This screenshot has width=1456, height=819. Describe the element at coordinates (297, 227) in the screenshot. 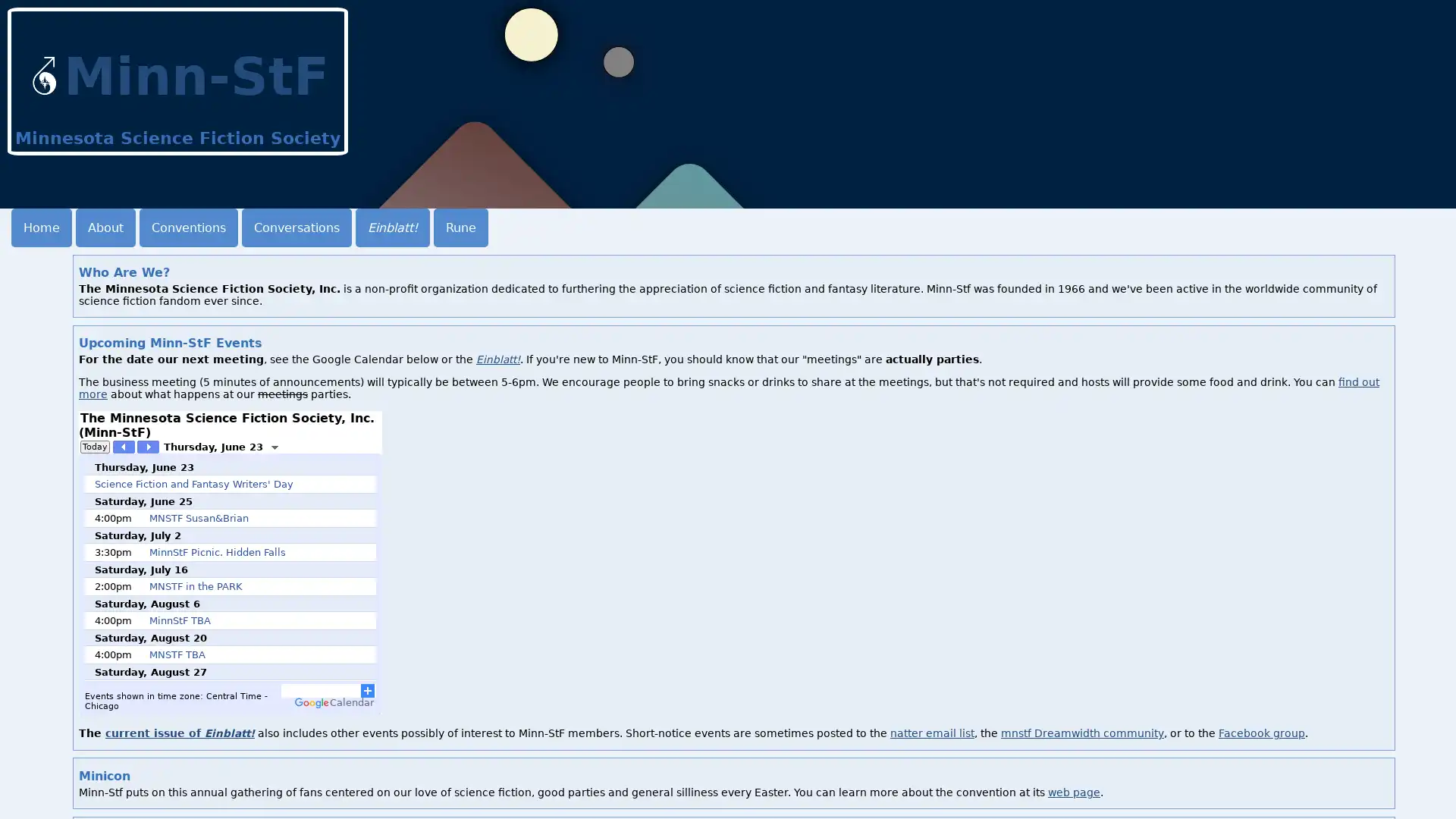

I see `Conversations` at that location.